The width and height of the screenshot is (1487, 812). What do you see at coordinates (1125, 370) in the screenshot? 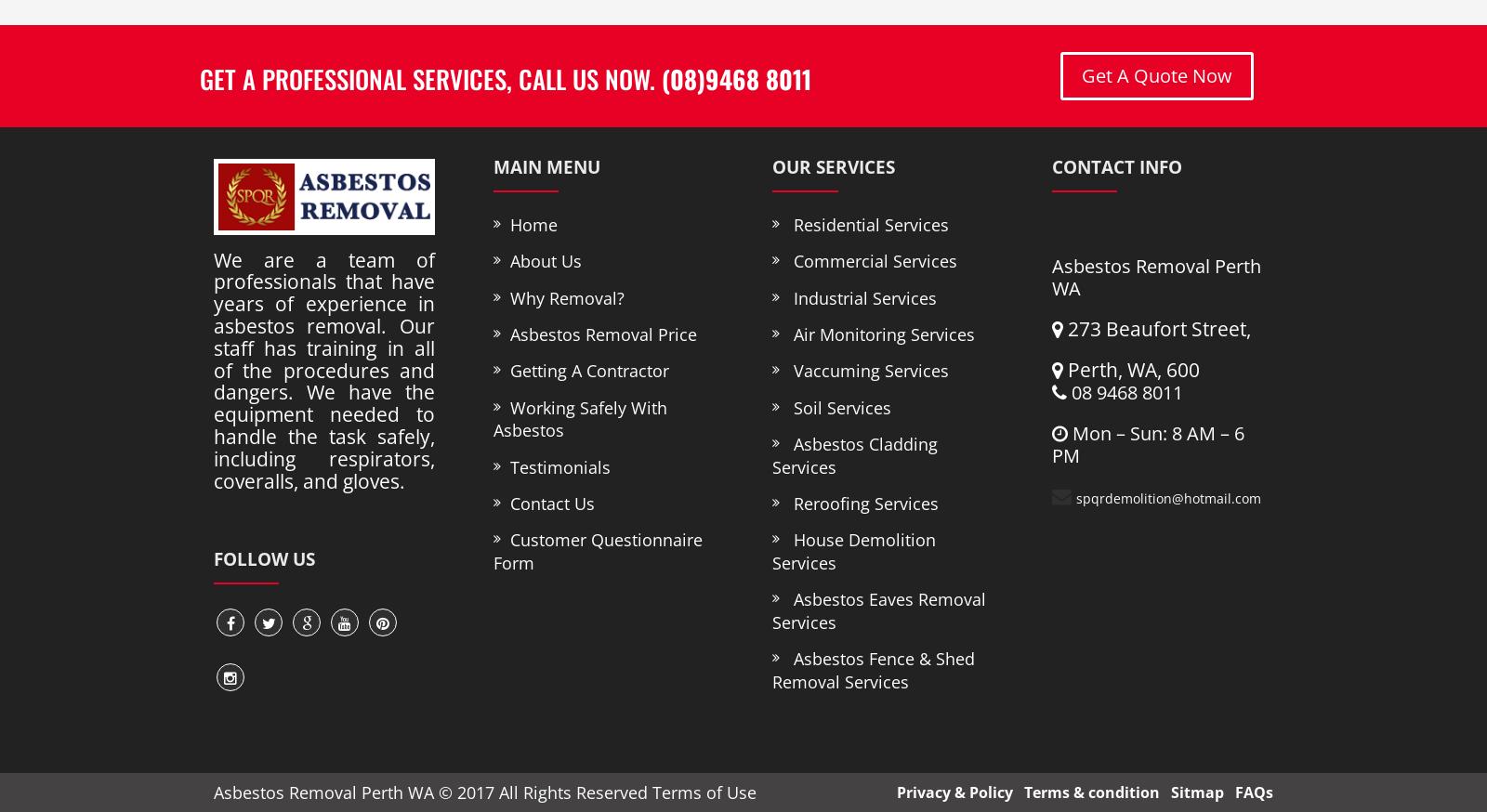
I see `'WA,'` at bounding box center [1125, 370].